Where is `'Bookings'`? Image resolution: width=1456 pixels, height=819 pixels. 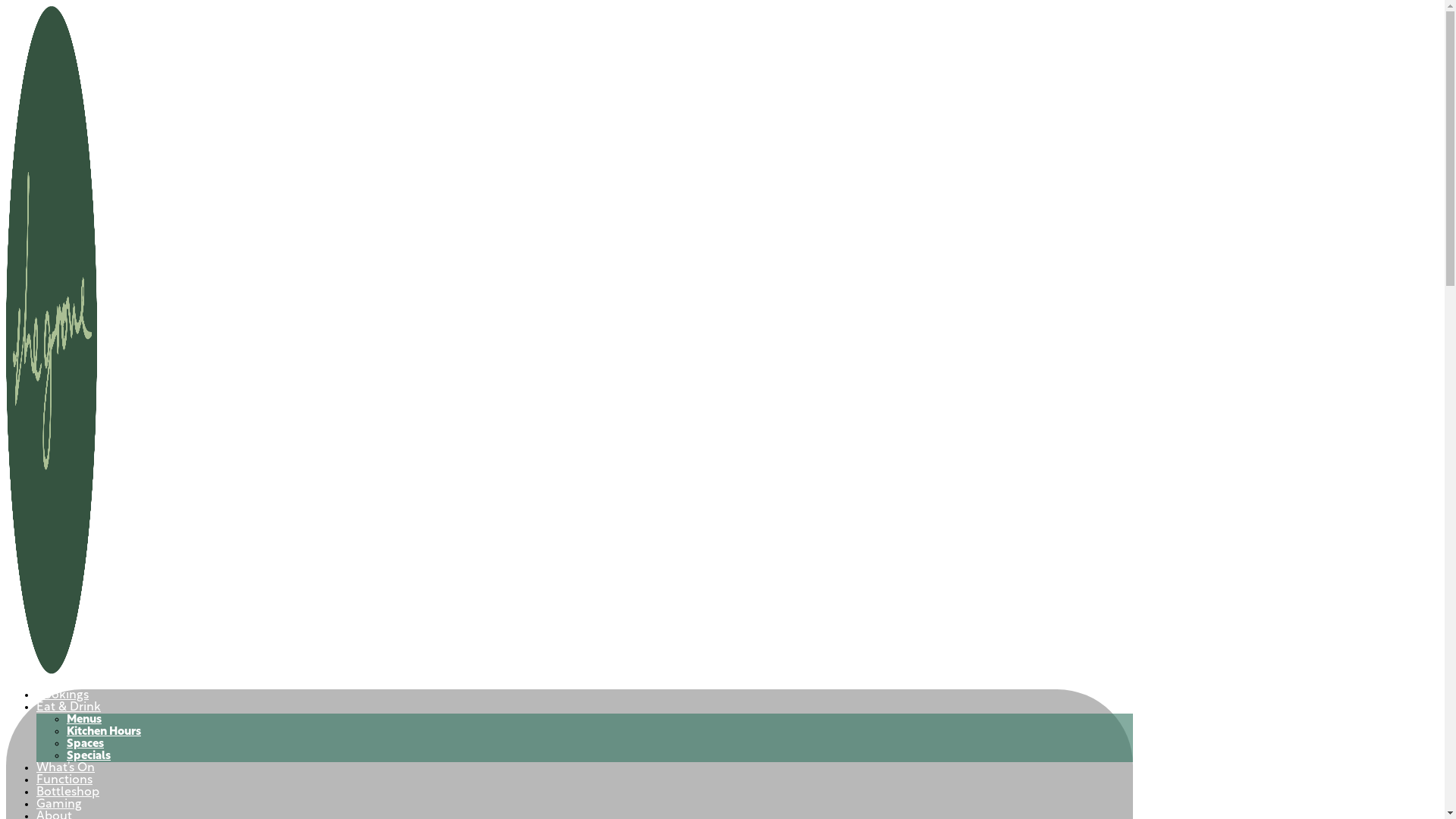 'Bookings' is located at coordinates (36, 695).